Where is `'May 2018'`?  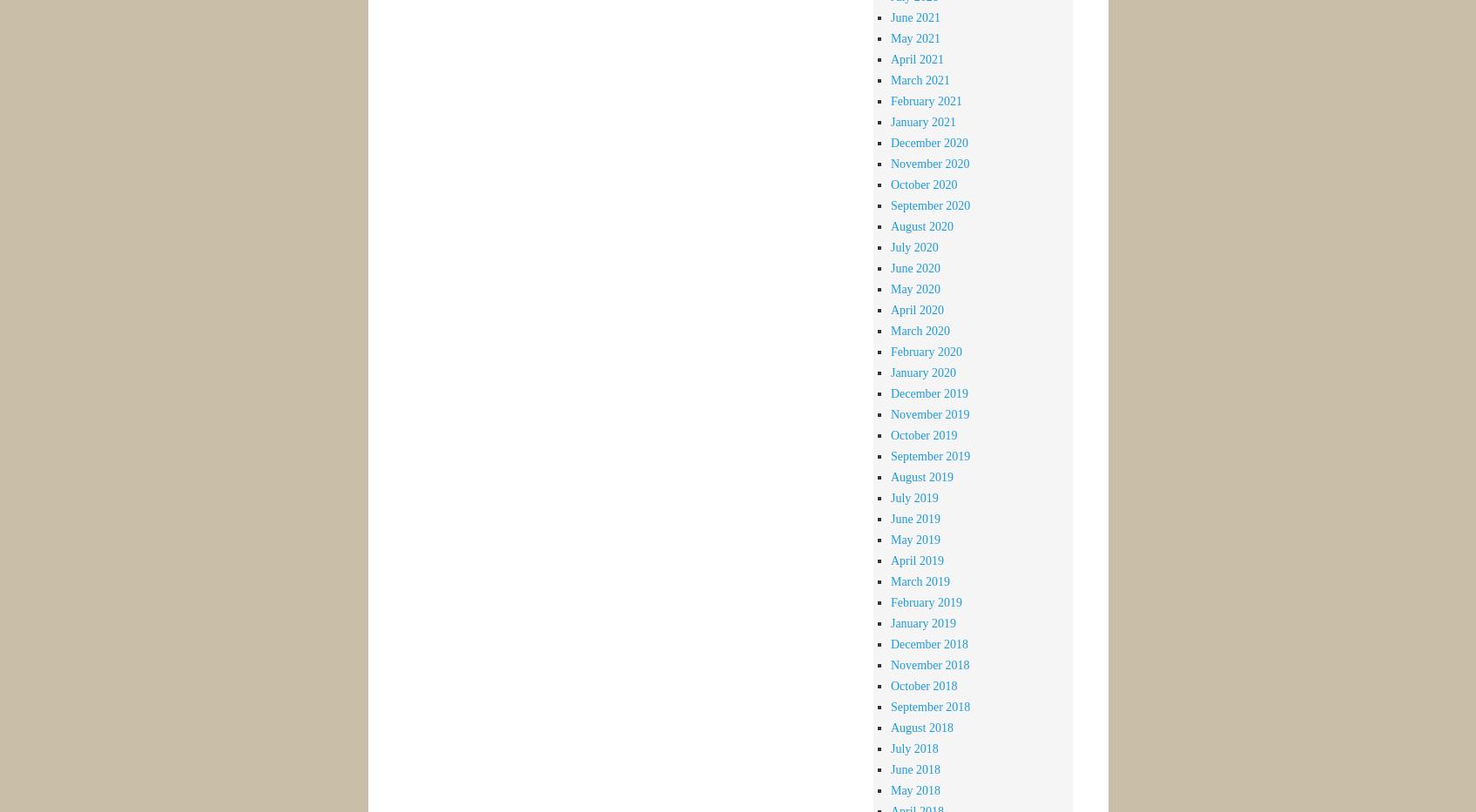
'May 2018' is located at coordinates (915, 789).